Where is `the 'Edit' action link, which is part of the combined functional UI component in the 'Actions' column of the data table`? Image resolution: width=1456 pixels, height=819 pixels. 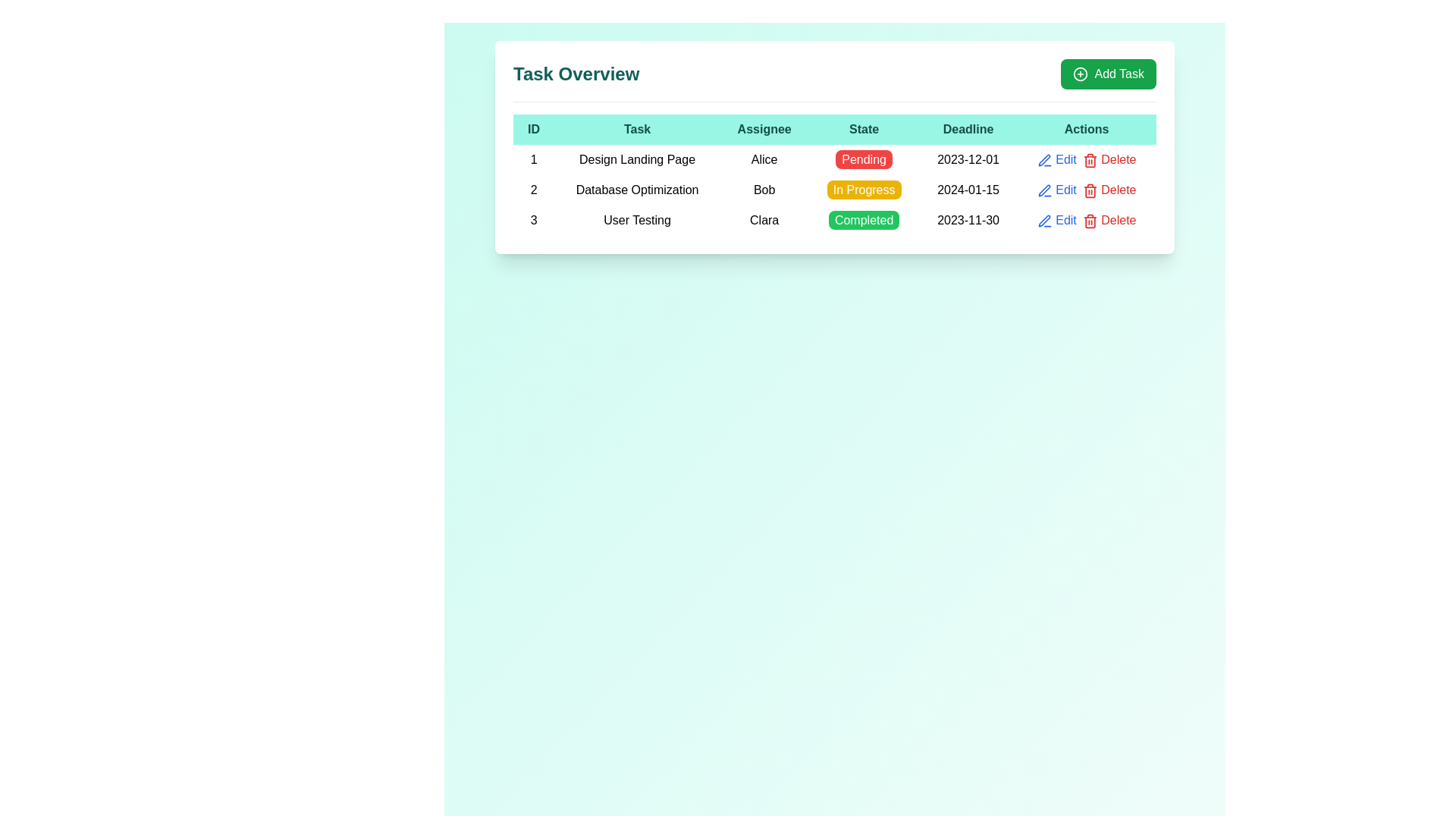 the 'Edit' action link, which is part of the combined functional UI component in the 'Actions' column of the data table is located at coordinates (1086, 189).